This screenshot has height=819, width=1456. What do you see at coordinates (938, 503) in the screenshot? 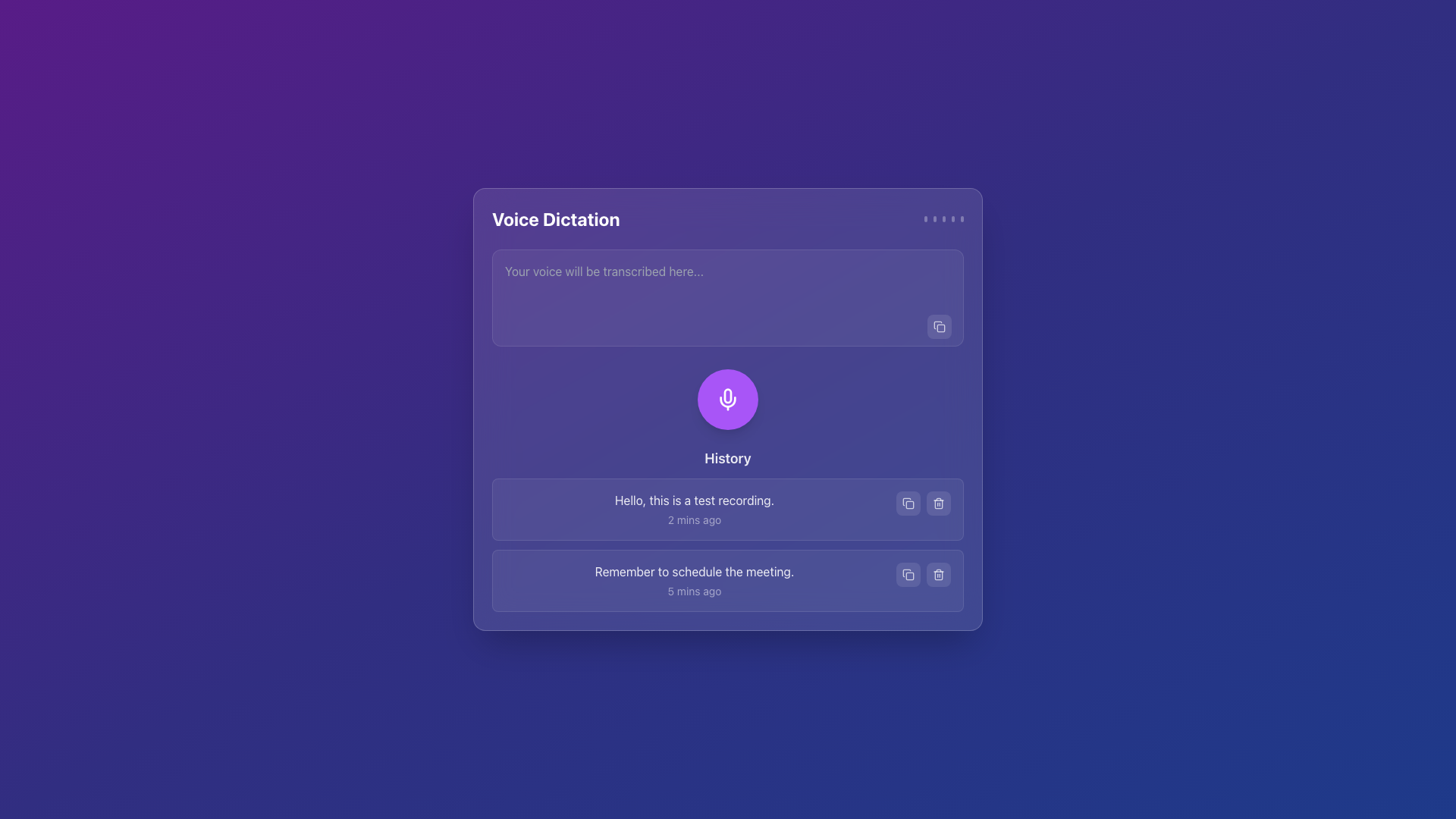
I see `the trash bin icon button, which has a white outline on a transparent background, located on the right-hand side of the second item in a list` at bounding box center [938, 503].